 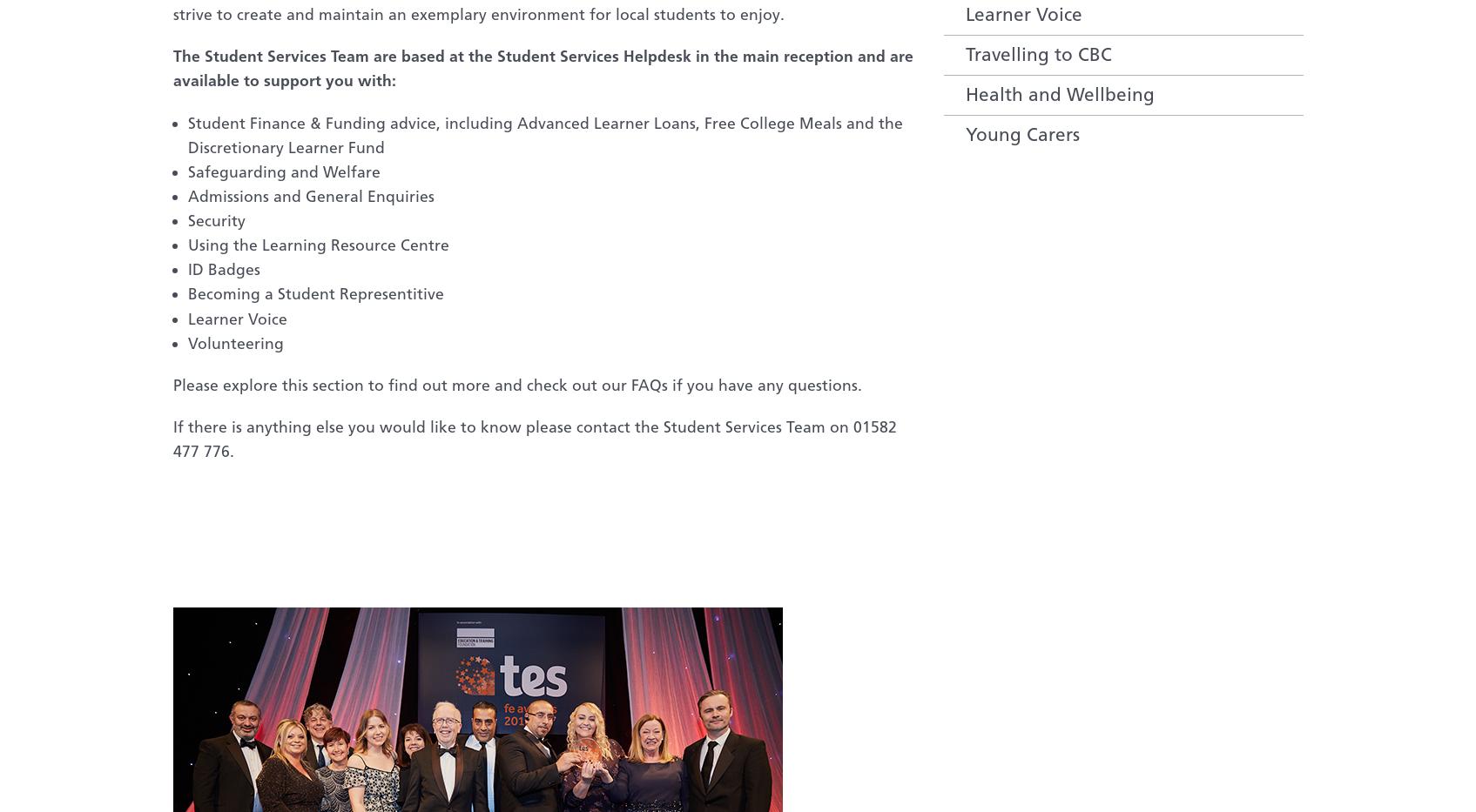 What do you see at coordinates (1021, 132) in the screenshot?
I see `'Young Carers'` at bounding box center [1021, 132].